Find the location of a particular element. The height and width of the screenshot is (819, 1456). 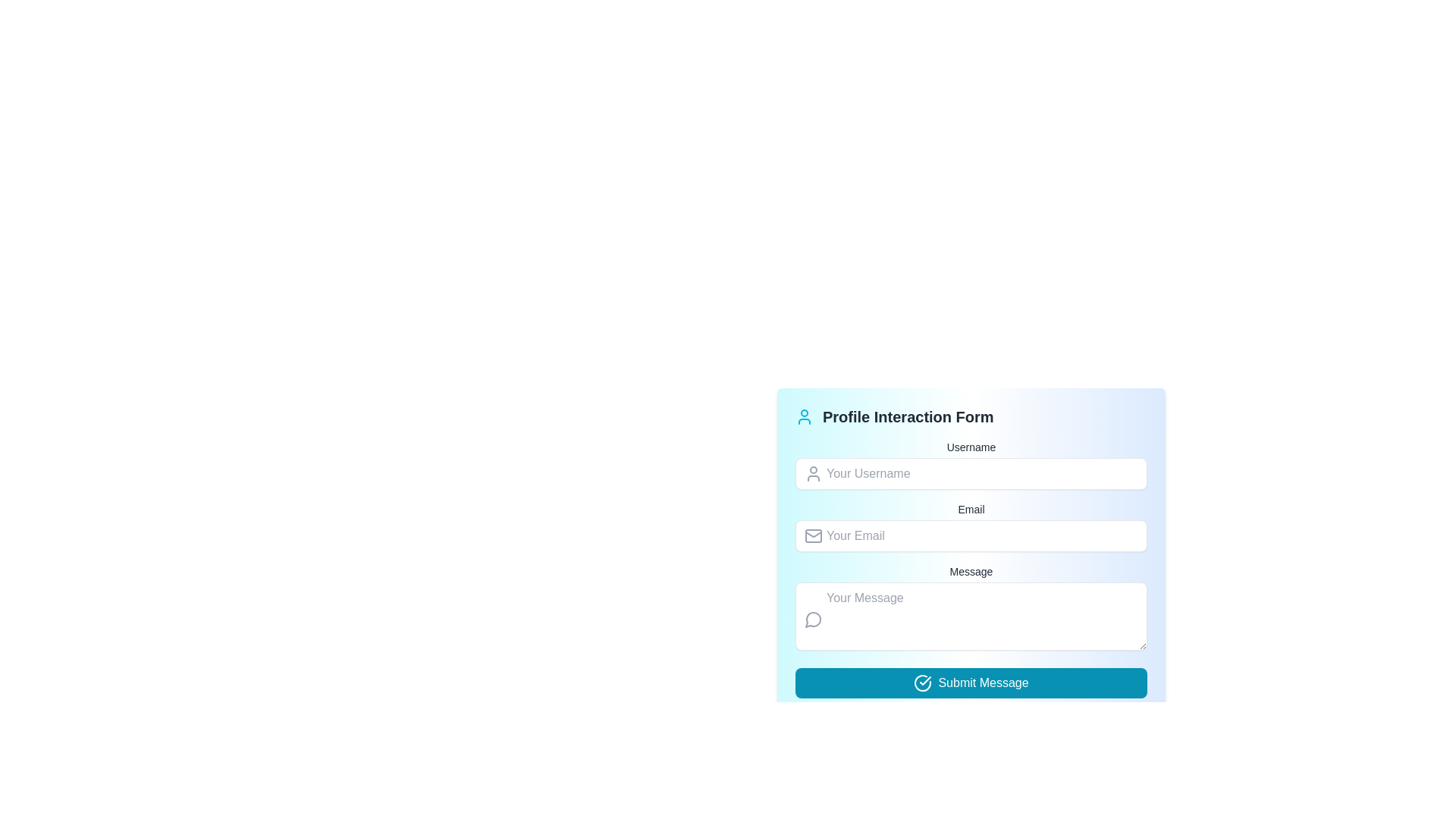

the third input field (textarea) to focus and begin typing is located at coordinates (971, 608).